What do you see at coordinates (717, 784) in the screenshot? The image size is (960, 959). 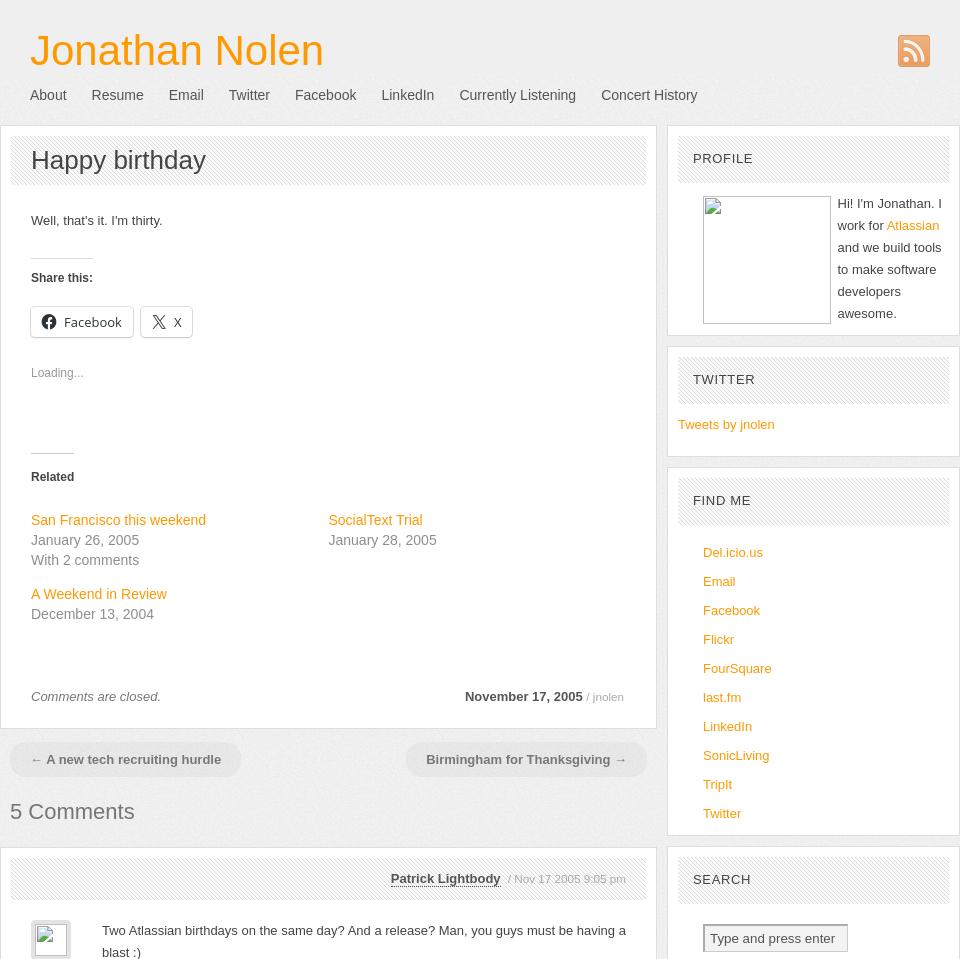 I see `'TripIt'` at bounding box center [717, 784].